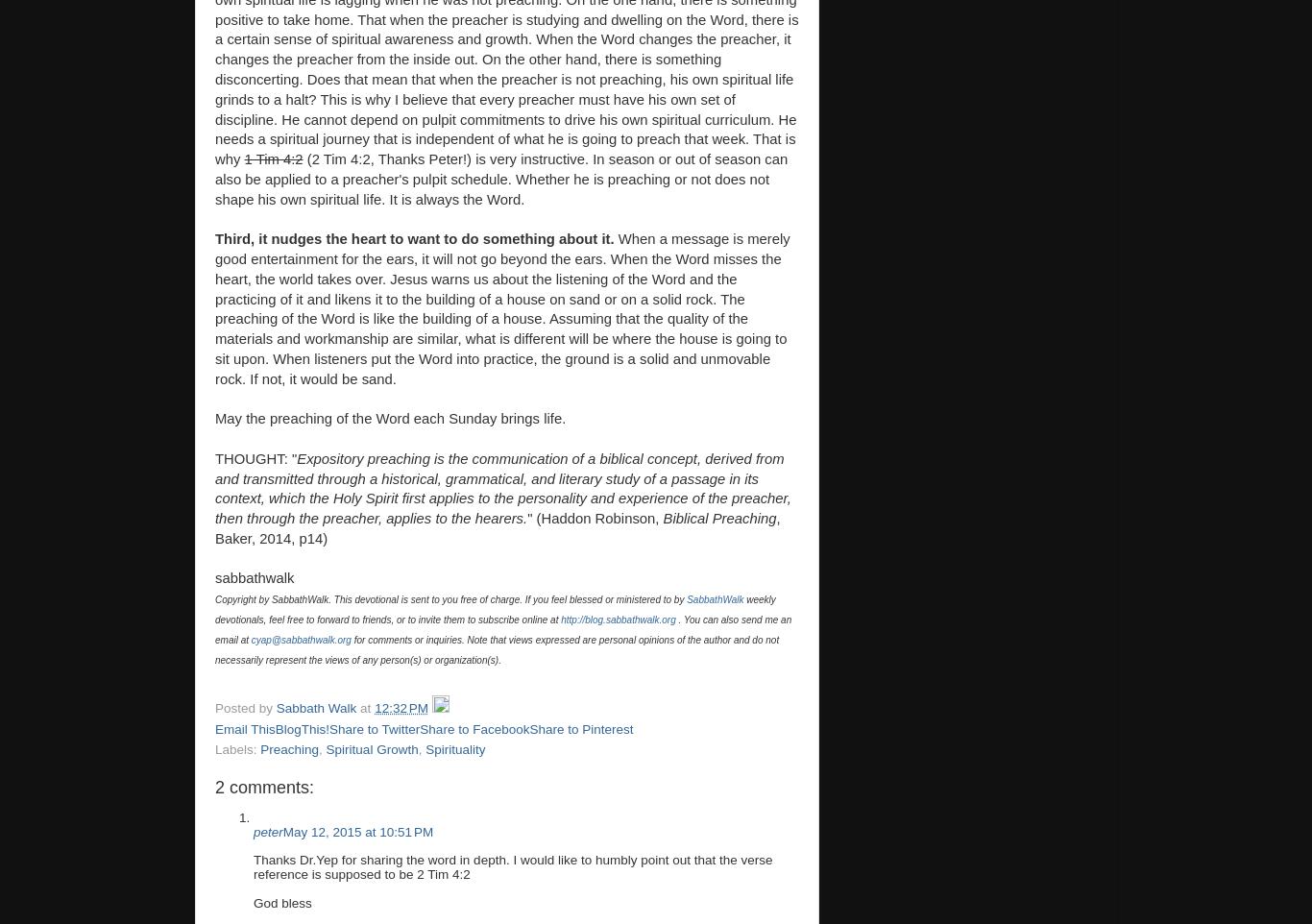  What do you see at coordinates (315, 707) in the screenshot?
I see `'Sabbath Walk'` at bounding box center [315, 707].